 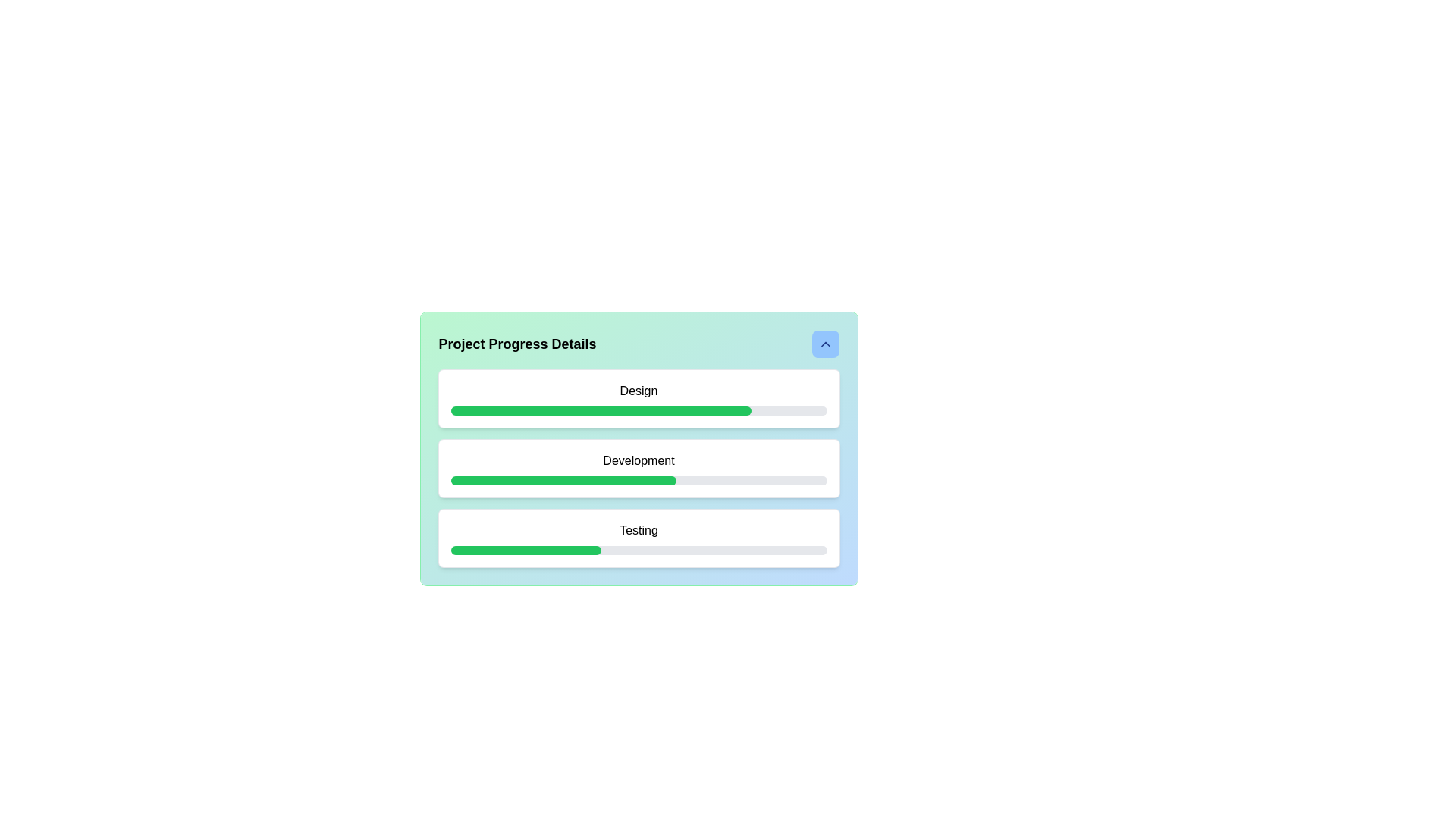 What do you see at coordinates (600, 411) in the screenshot?
I see `the green rectangular progress bar segment located under the 'Design' label in the first row of the vertically stacked layout` at bounding box center [600, 411].